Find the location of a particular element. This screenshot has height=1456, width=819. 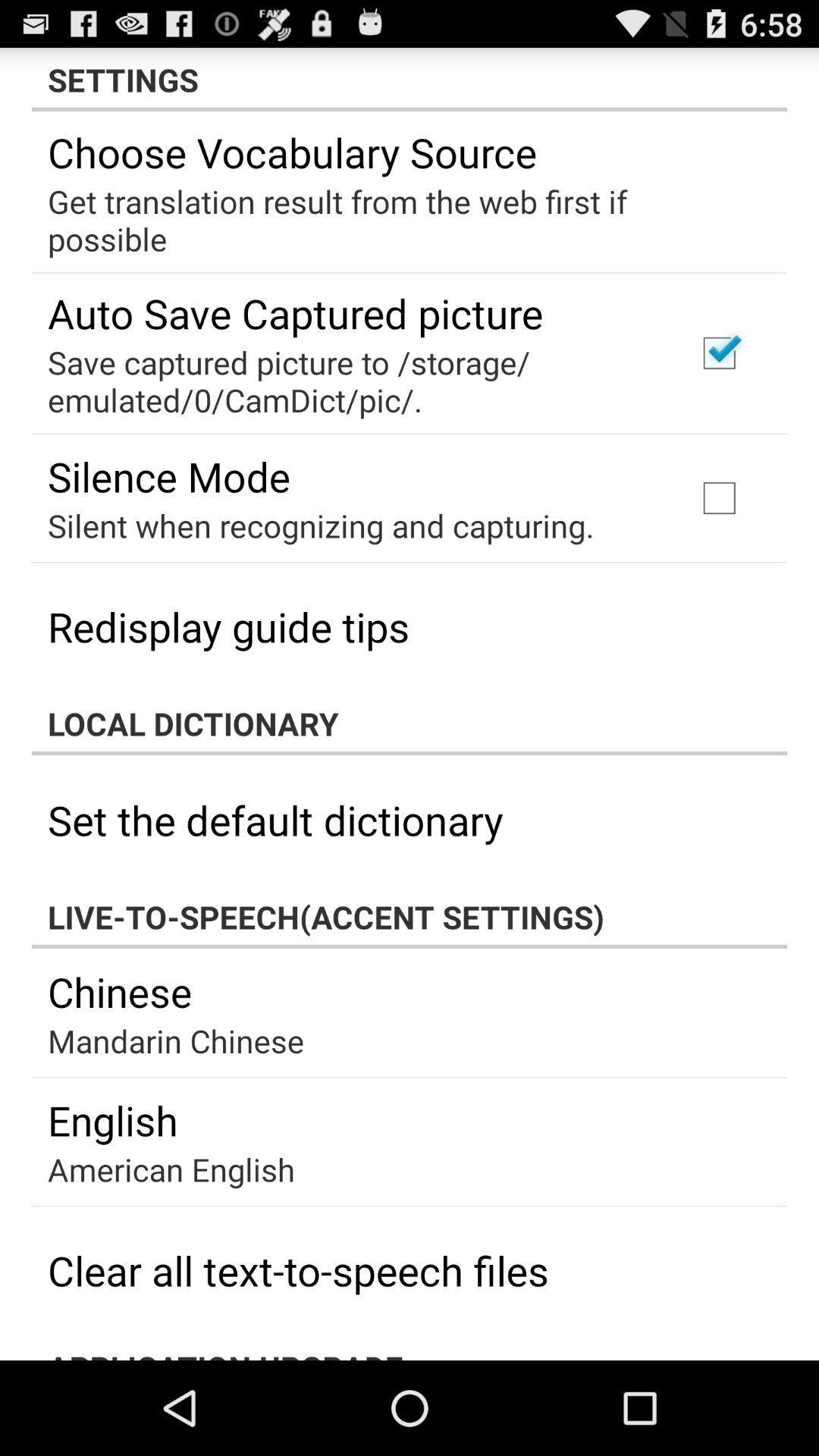

the local dictionary app is located at coordinates (409, 723).